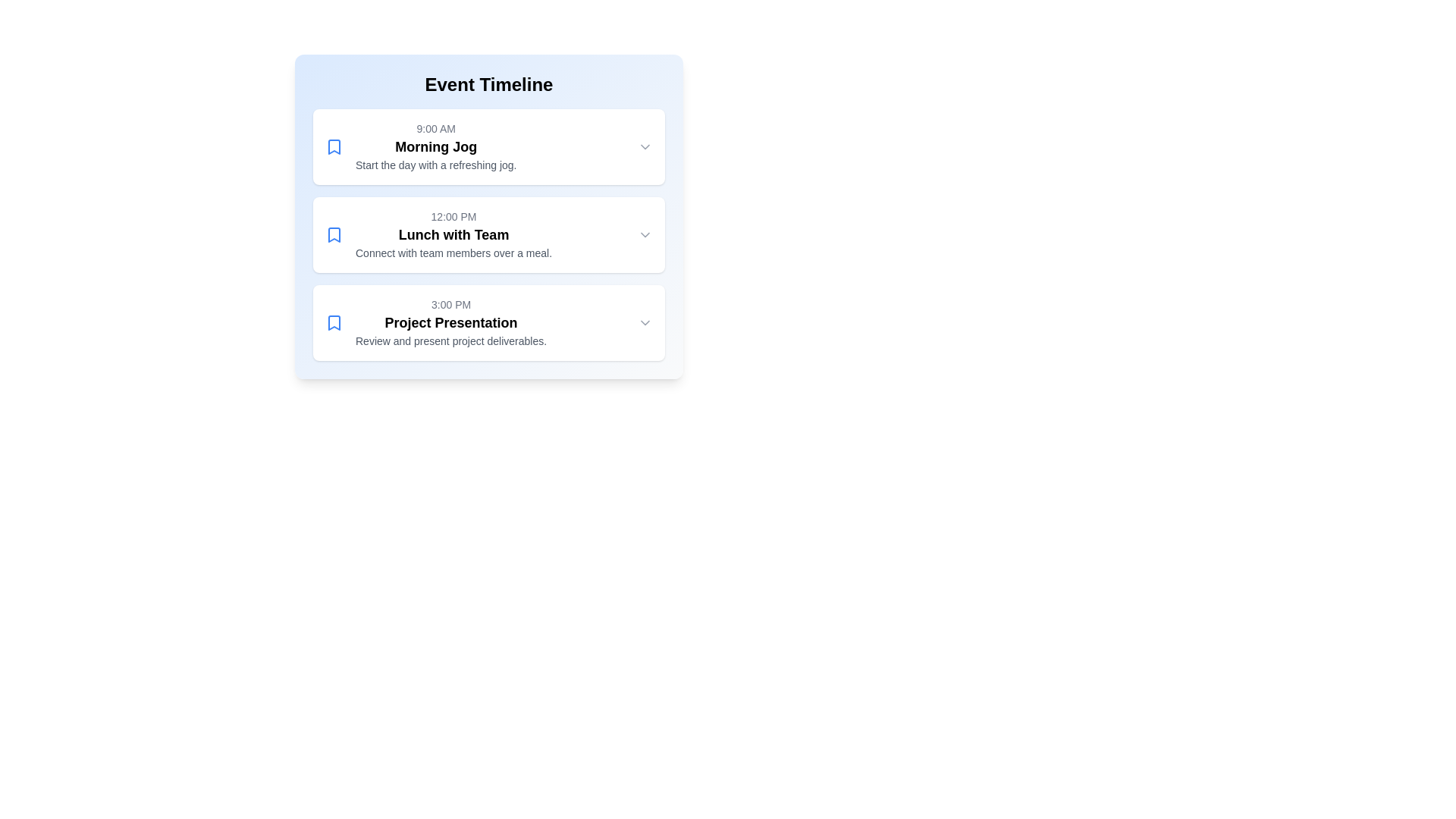  What do you see at coordinates (453, 234) in the screenshot?
I see `the bold text label 'Lunch with Team', which is positioned between the '12:00 PM' timestamp and the event description in the second event block` at bounding box center [453, 234].